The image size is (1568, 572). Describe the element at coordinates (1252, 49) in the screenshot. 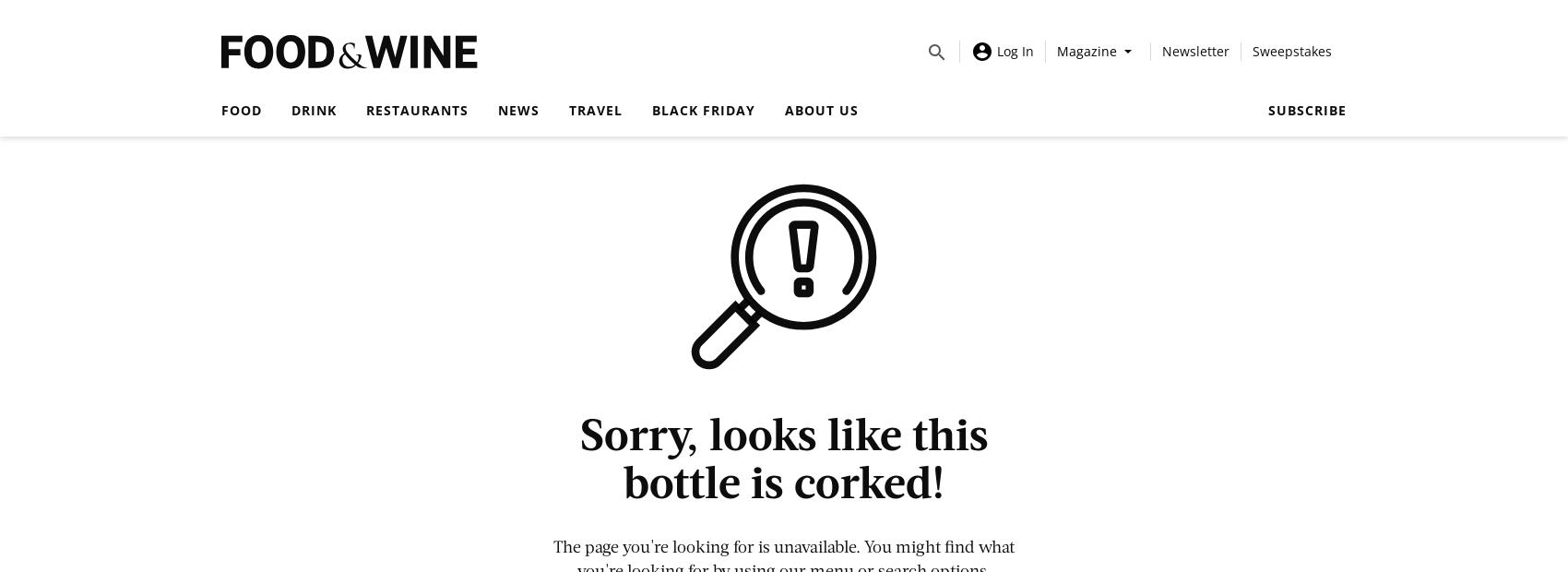

I see `'Sweepstakes'` at that location.